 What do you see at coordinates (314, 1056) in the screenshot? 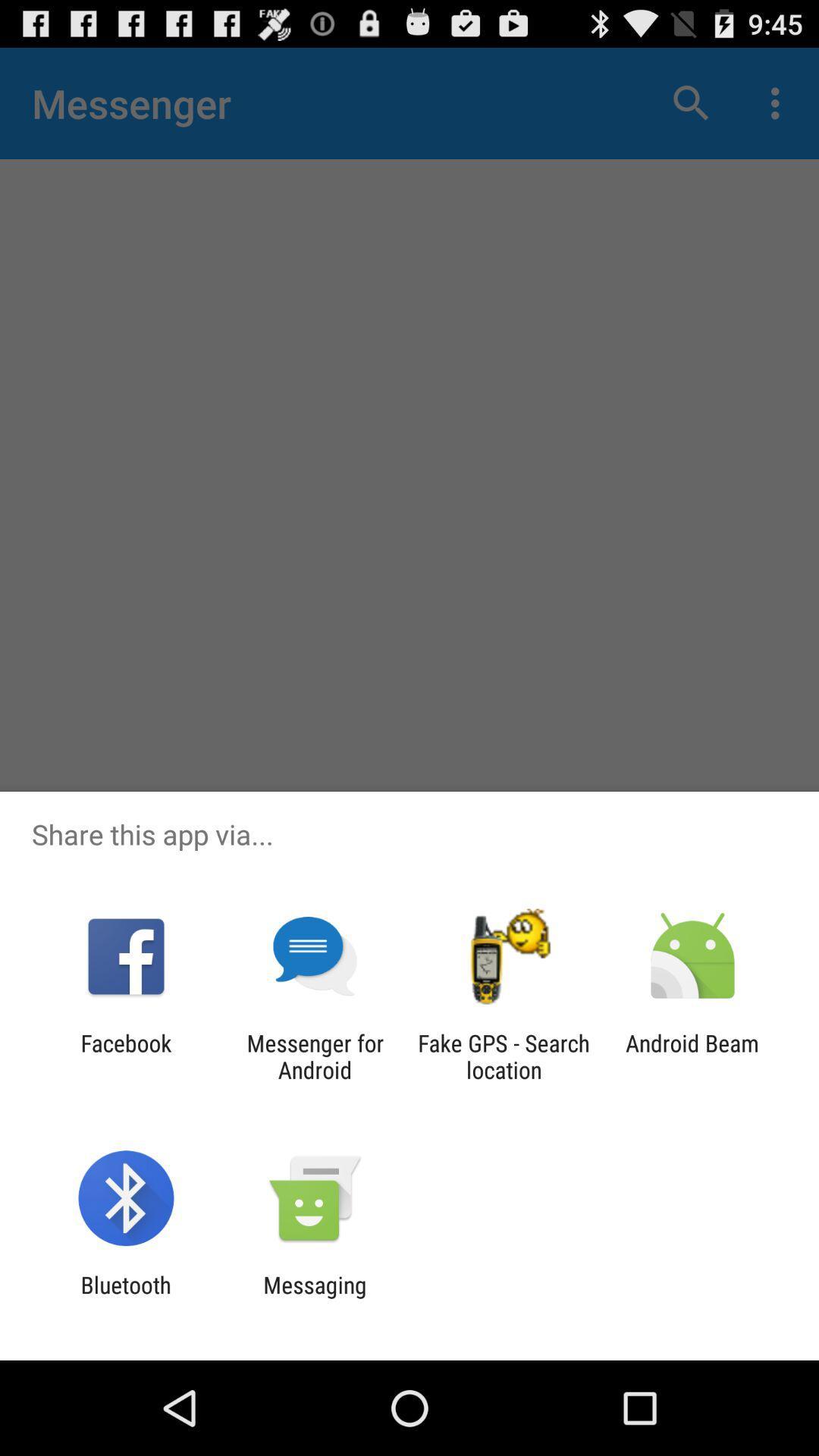
I see `icon next to facebook` at bounding box center [314, 1056].